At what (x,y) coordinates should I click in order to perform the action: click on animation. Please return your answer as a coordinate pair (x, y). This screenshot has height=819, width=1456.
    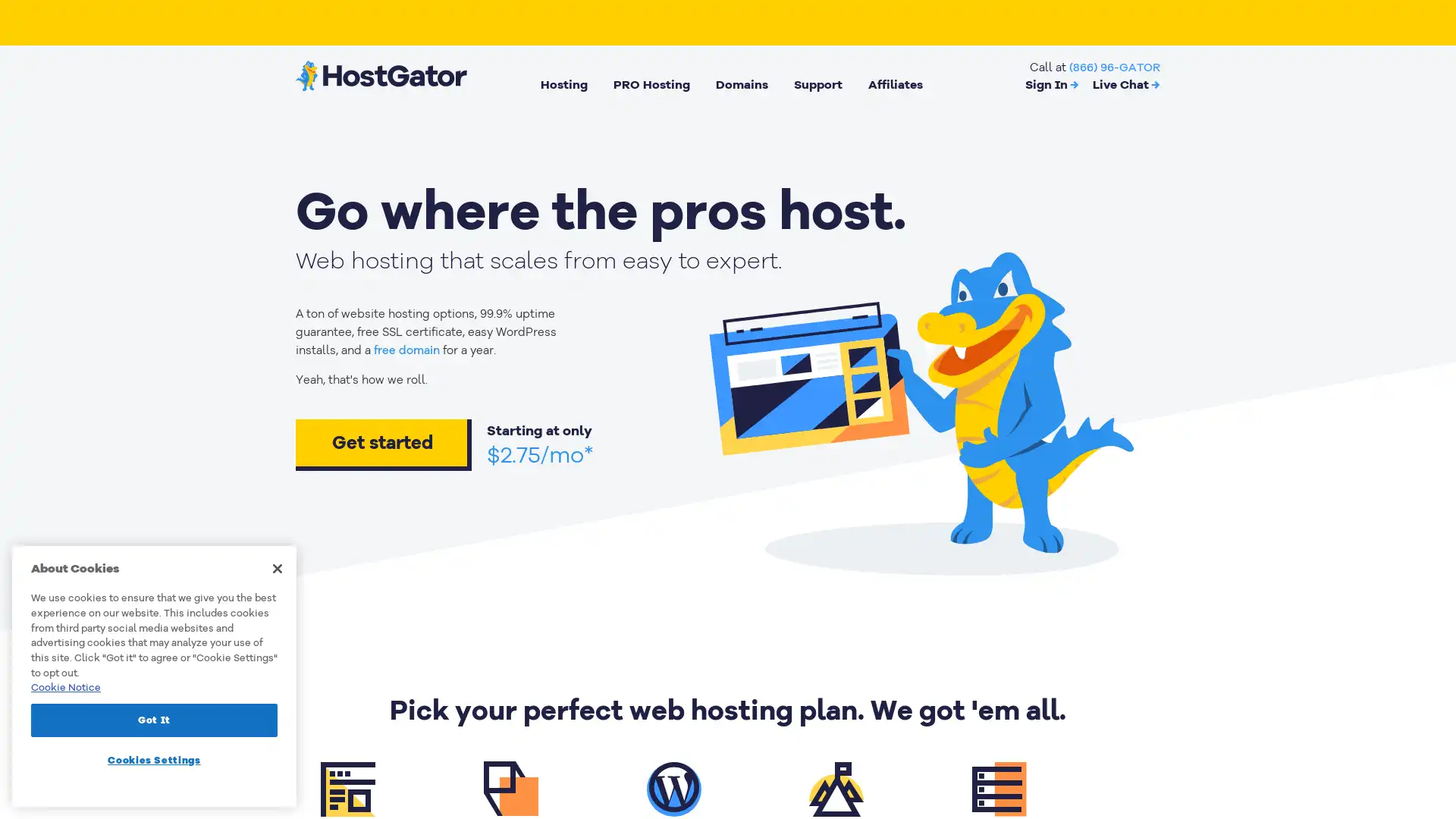
    Looking at the image, I should click on (919, 406).